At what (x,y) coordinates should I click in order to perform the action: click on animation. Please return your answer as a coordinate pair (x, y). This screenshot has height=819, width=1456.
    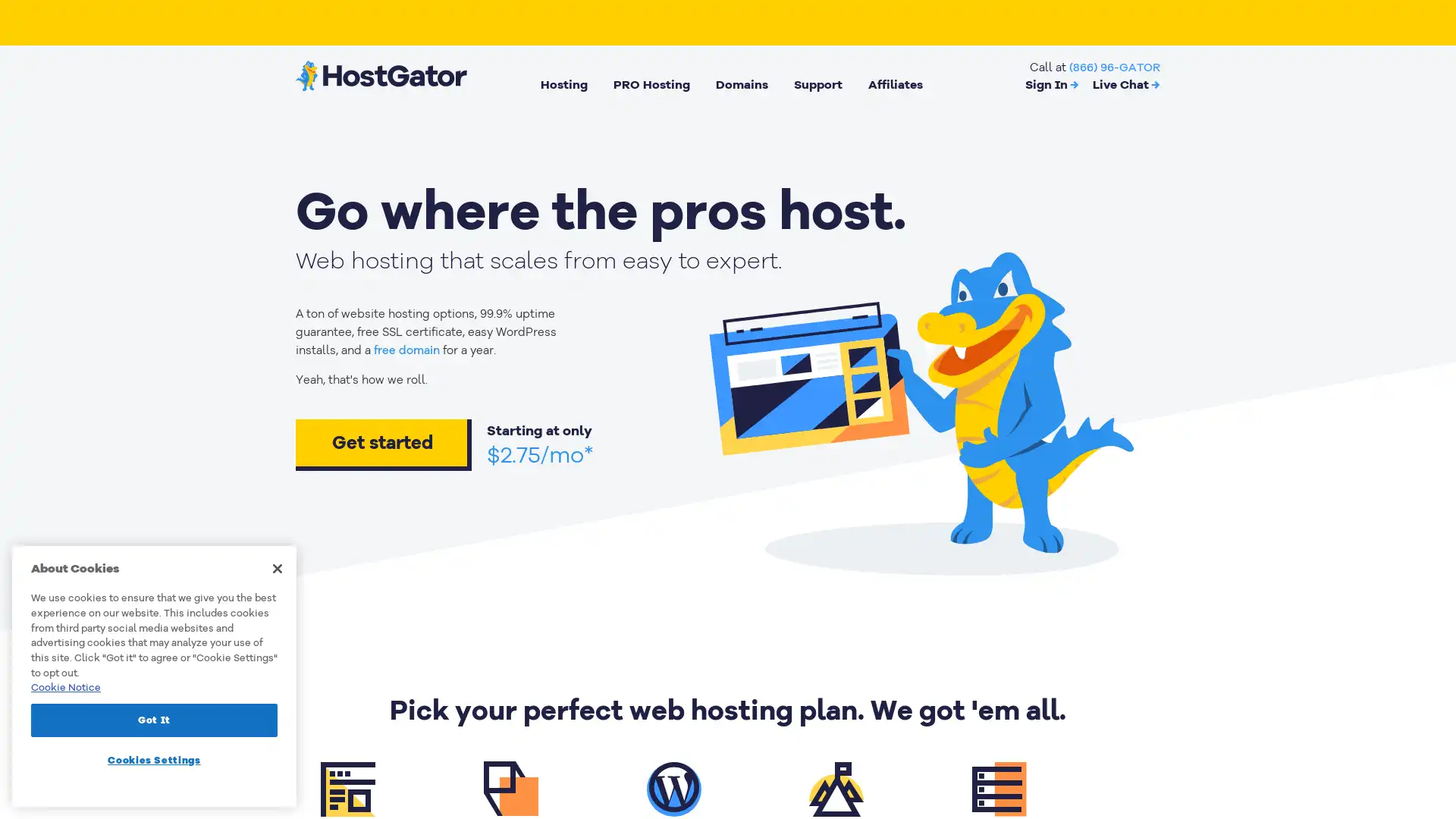
    Looking at the image, I should click on (919, 406).